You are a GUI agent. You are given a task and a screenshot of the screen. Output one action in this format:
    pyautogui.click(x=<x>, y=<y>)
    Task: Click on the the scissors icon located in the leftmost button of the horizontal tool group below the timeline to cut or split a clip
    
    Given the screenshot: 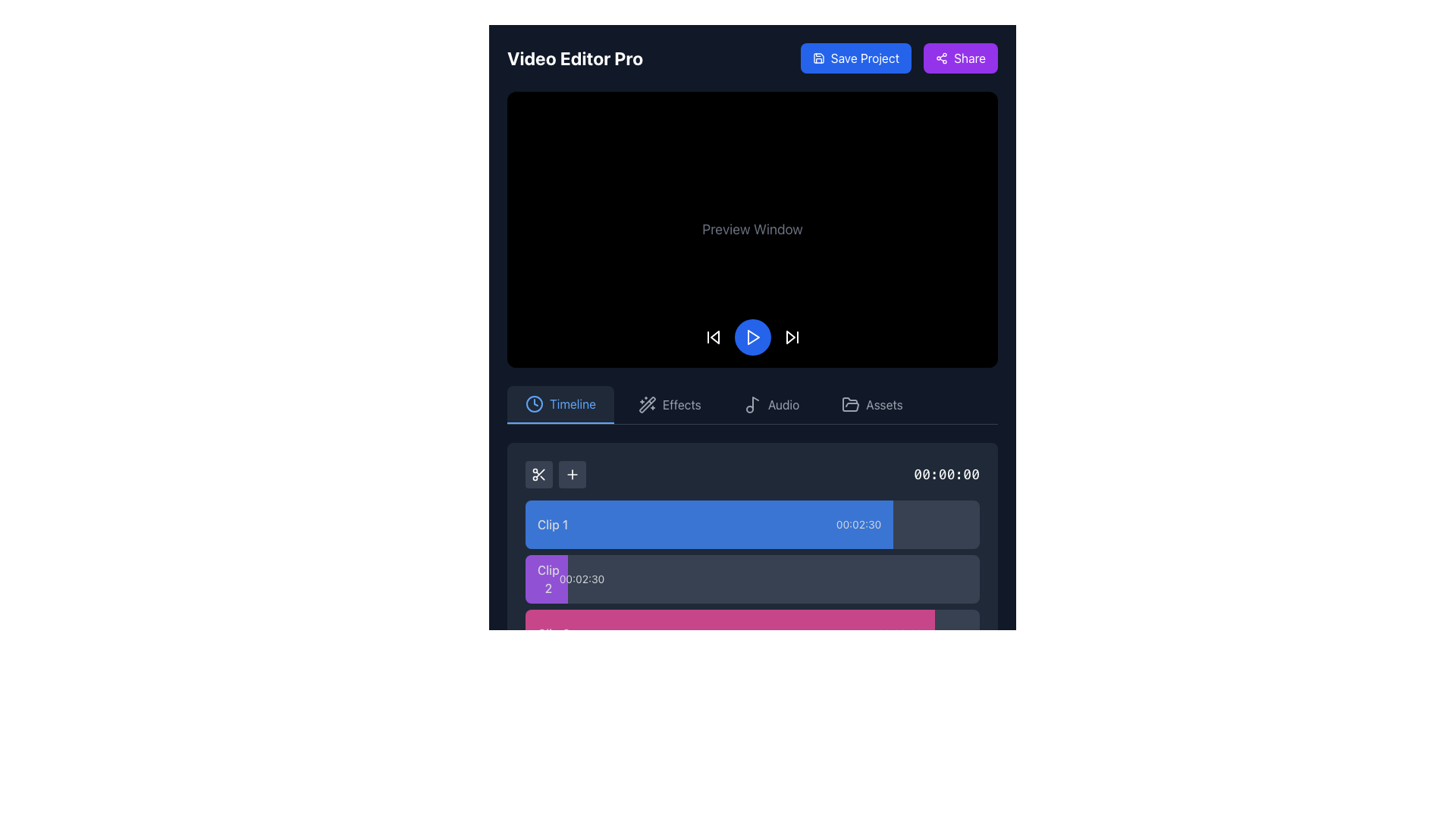 What is the action you would take?
    pyautogui.click(x=538, y=472)
    